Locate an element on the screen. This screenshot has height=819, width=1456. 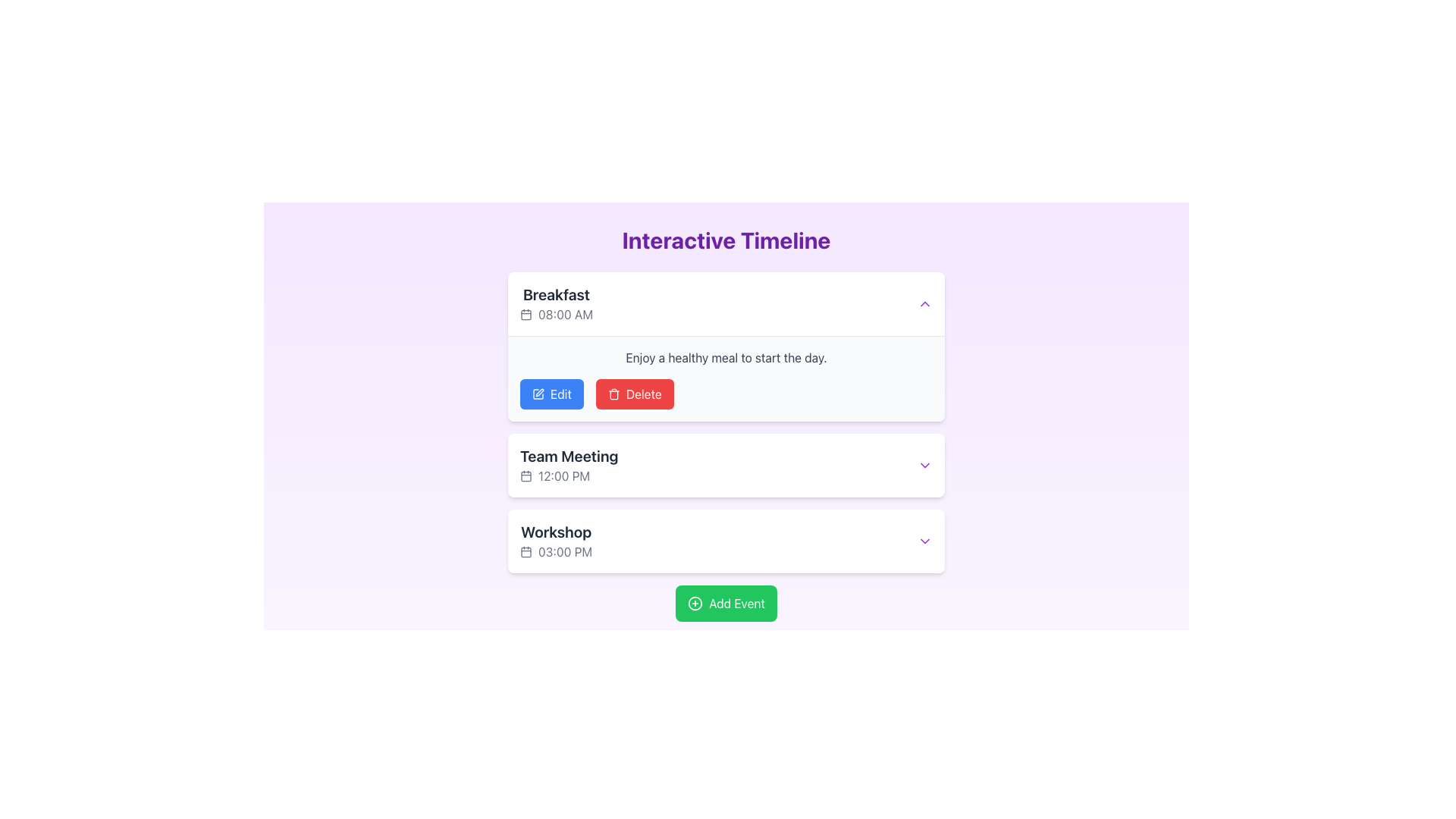
text element 'Team Meeting' which is styled in bold dark-gray font and positioned above the time '12:00 PM' in the second section of the 'Interactive Timeline.' is located at coordinates (568, 455).